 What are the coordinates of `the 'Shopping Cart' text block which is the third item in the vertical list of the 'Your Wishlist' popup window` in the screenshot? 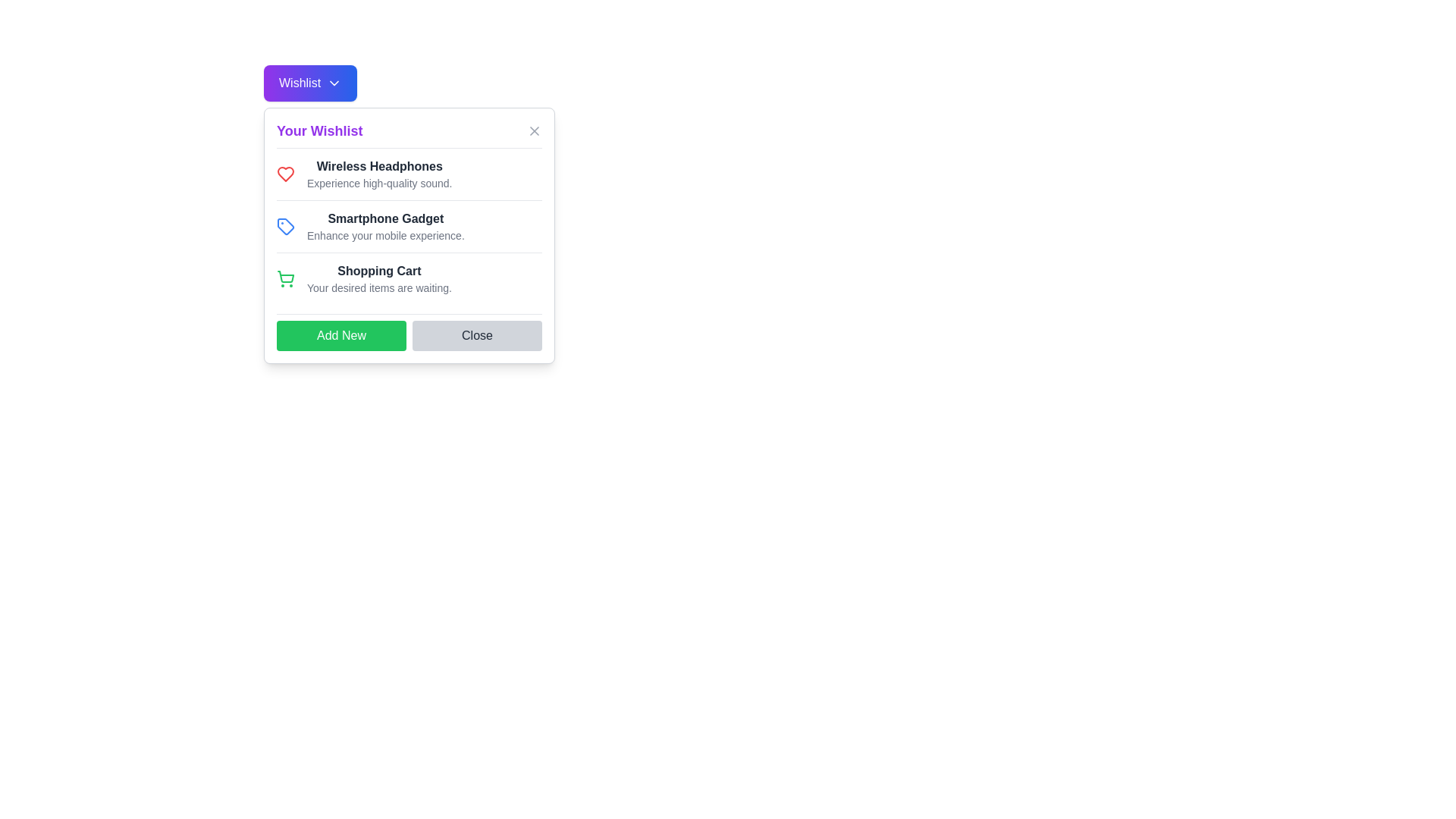 It's located at (379, 278).